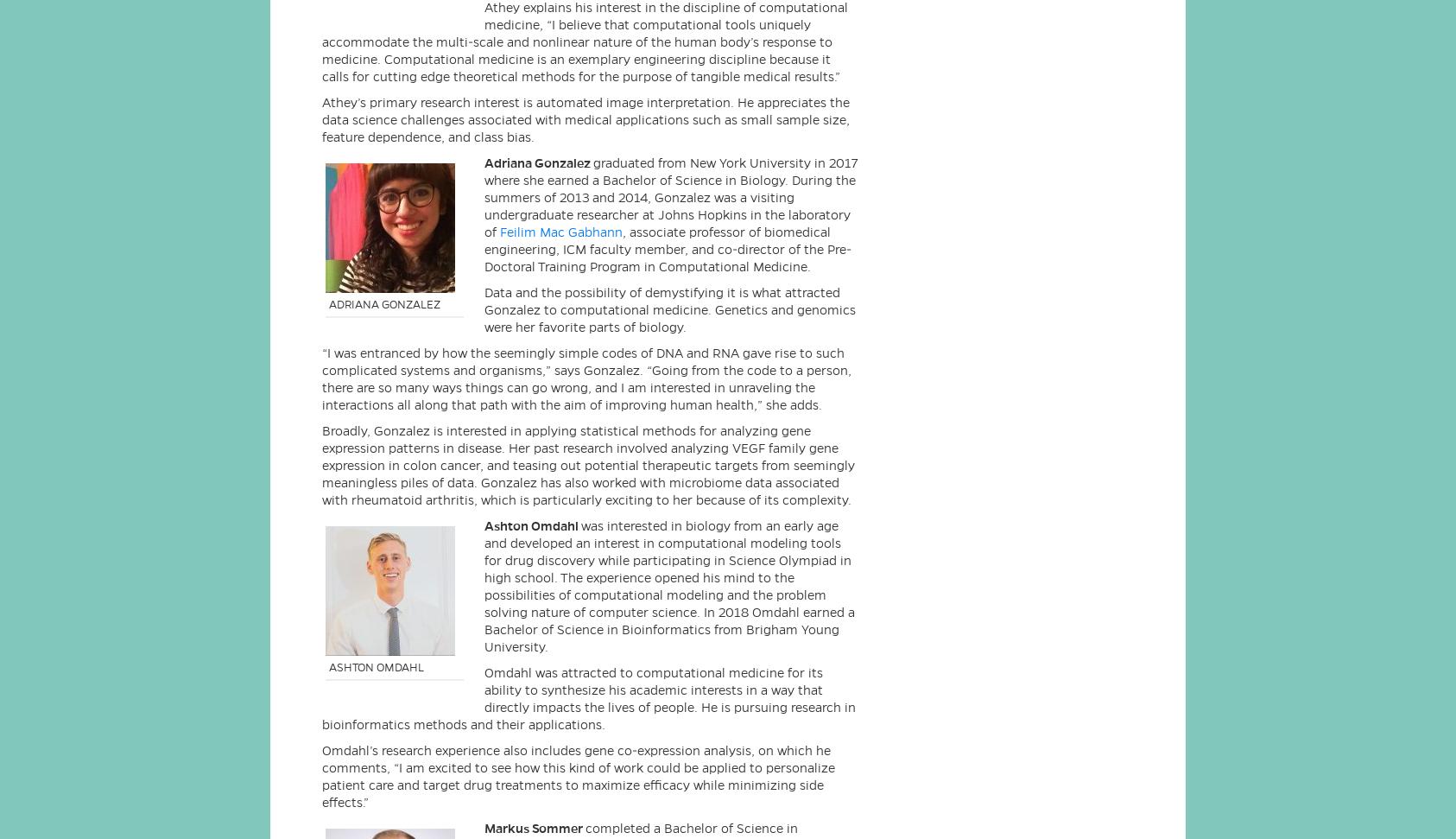  What do you see at coordinates (587, 464) in the screenshot?
I see `'Broadly, Gonzalez is interested in applying statistical methods for analyzing gene expression patterns in disease. Her past research involved analyzing VEGF family gene expression in colon cancer, and teasing out potential therapeutic targets from seemingly meaningless piles of data. Gonzalez has also worked with microbiome data associated with rheumatoid arthritis, which is particularly exciting to her because of its complexity.'` at bounding box center [587, 464].